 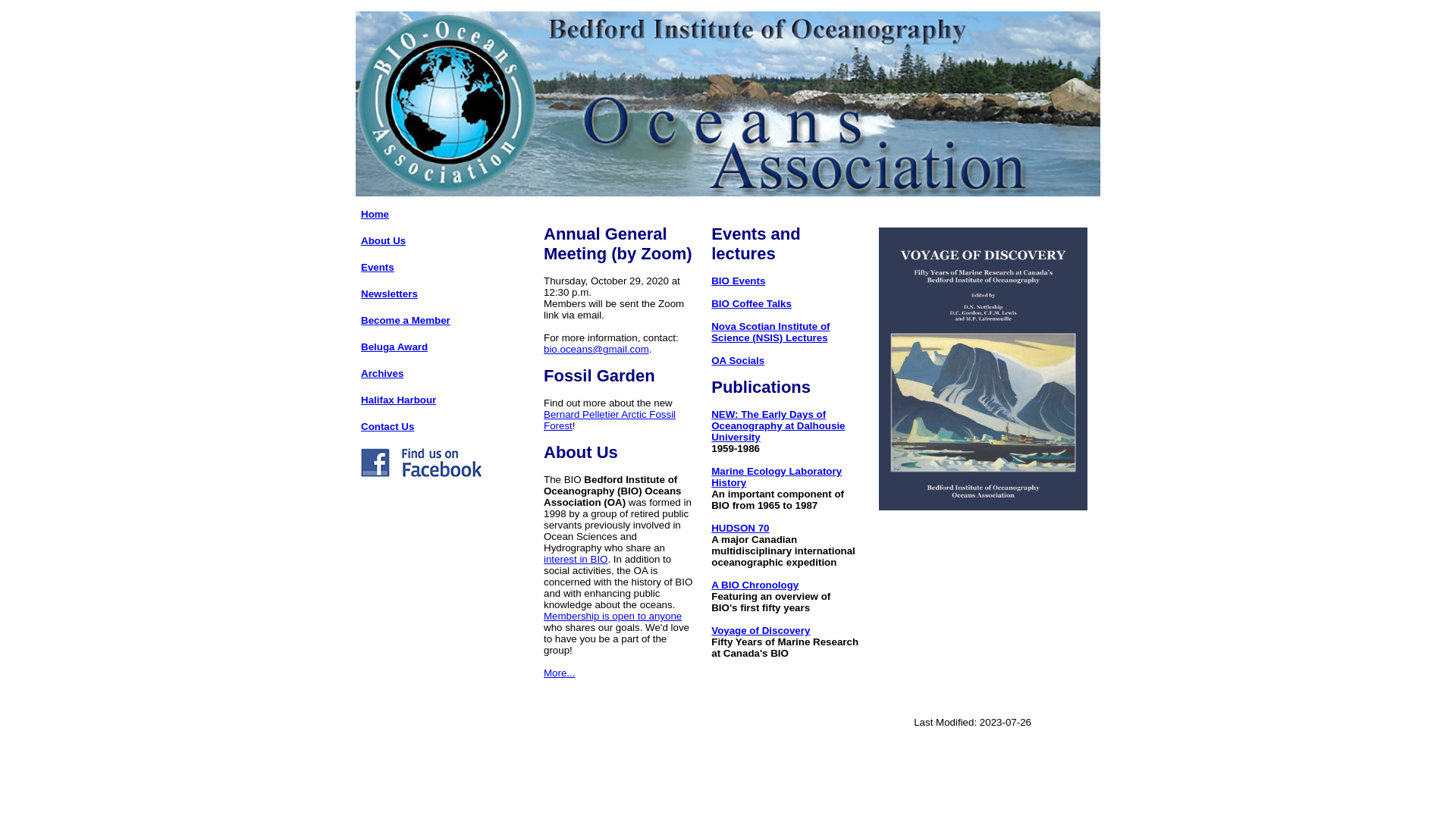 I want to click on 'Marine Ecology Laboratory History', so click(x=776, y=475).